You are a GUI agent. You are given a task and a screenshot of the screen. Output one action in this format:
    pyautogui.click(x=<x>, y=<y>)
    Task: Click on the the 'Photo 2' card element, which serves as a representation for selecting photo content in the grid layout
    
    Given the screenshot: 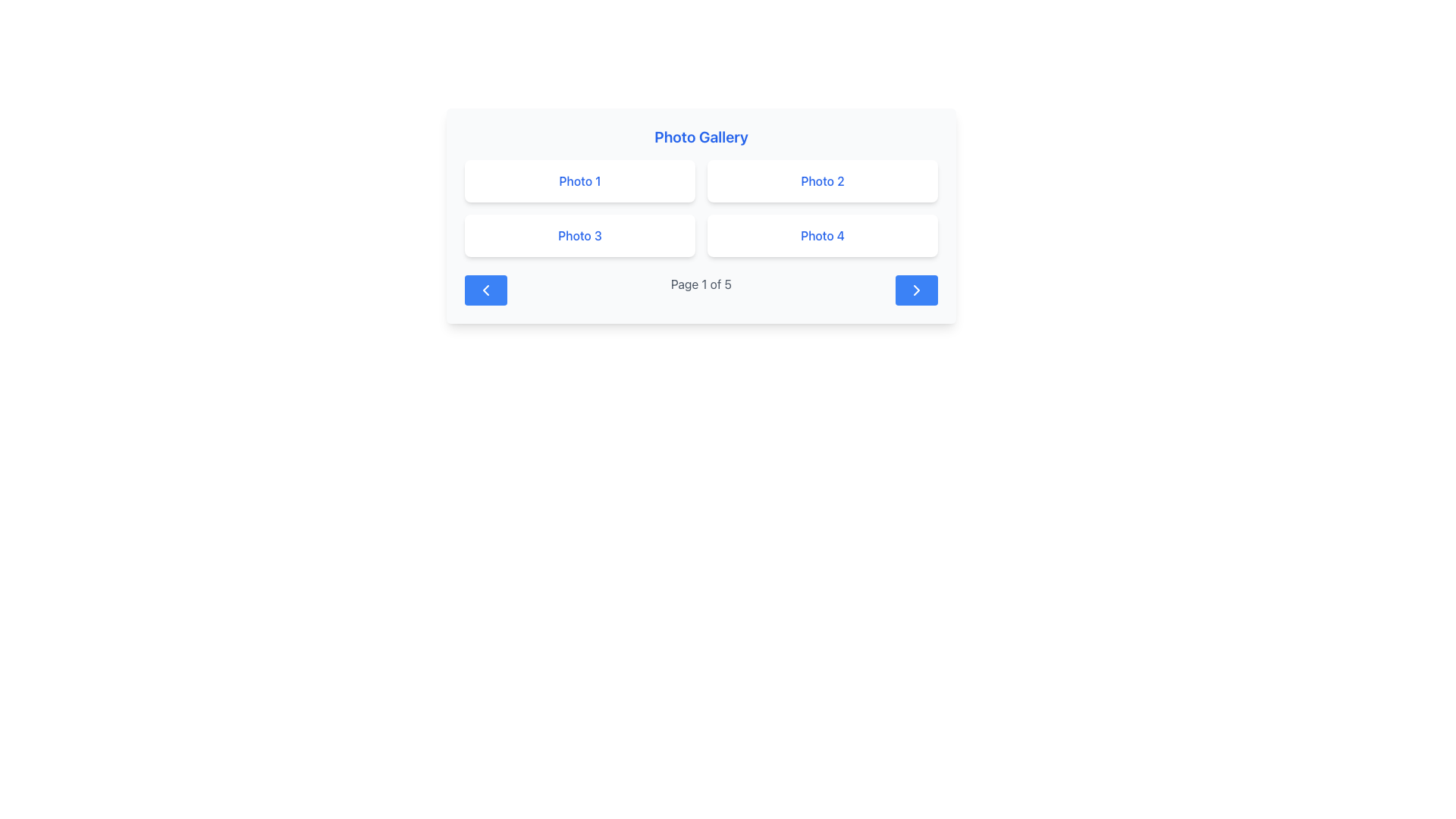 What is the action you would take?
    pyautogui.click(x=821, y=180)
    